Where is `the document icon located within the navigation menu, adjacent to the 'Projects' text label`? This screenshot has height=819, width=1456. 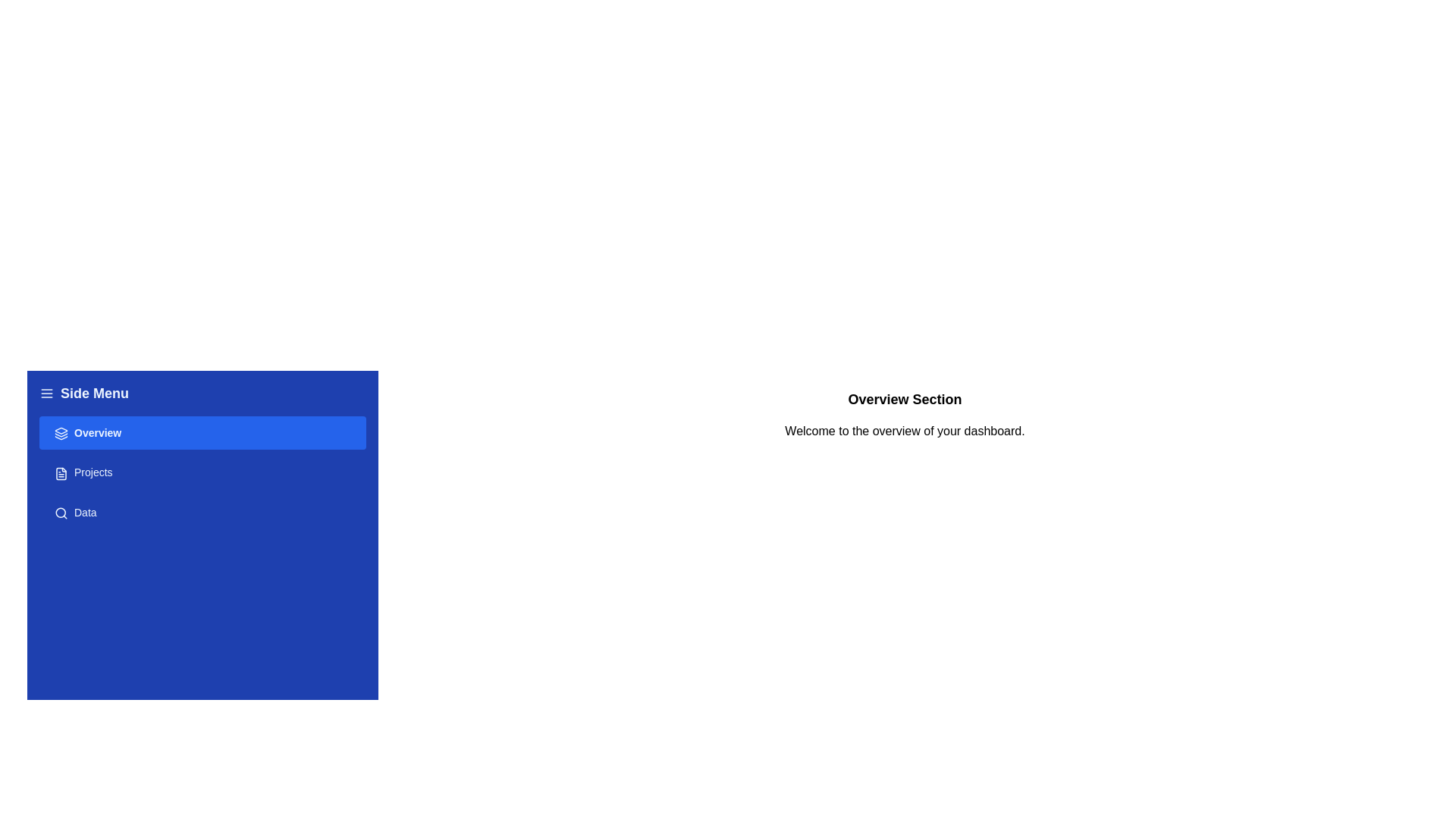
the document icon located within the navigation menu, adjacent to the 'Projects' text label is located at coordinates (61, 472).